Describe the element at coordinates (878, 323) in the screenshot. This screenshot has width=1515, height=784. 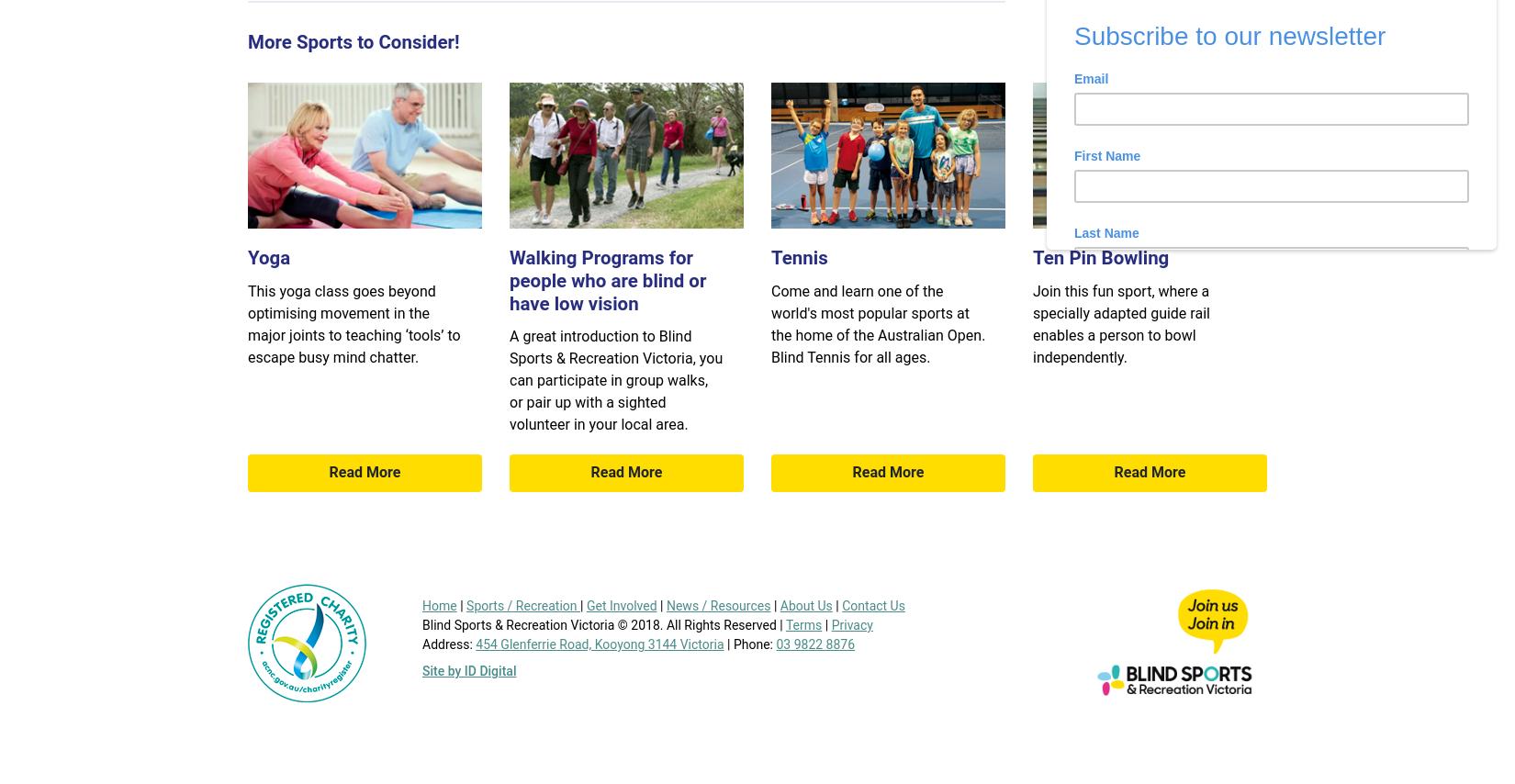
I see `'Come and learn one of the world's most popular sports at the home of the Australian Open. Blind Tennis for all ages.'` at that location.